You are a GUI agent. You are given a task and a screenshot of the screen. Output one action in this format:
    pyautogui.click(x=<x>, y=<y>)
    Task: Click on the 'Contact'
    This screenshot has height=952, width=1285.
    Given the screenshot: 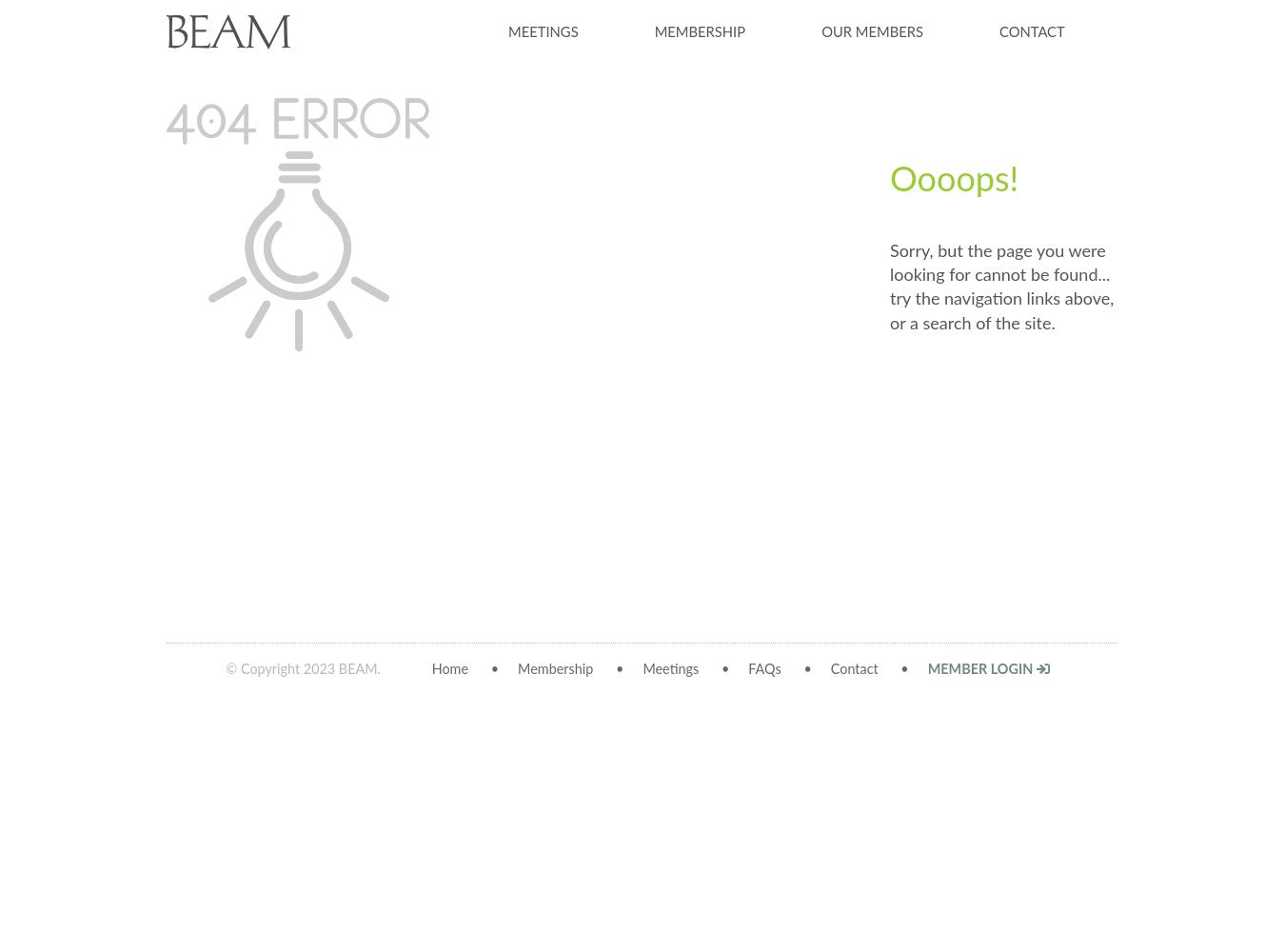 What is the action you would take?
    pyautogui.click(x=853, y=668)
    